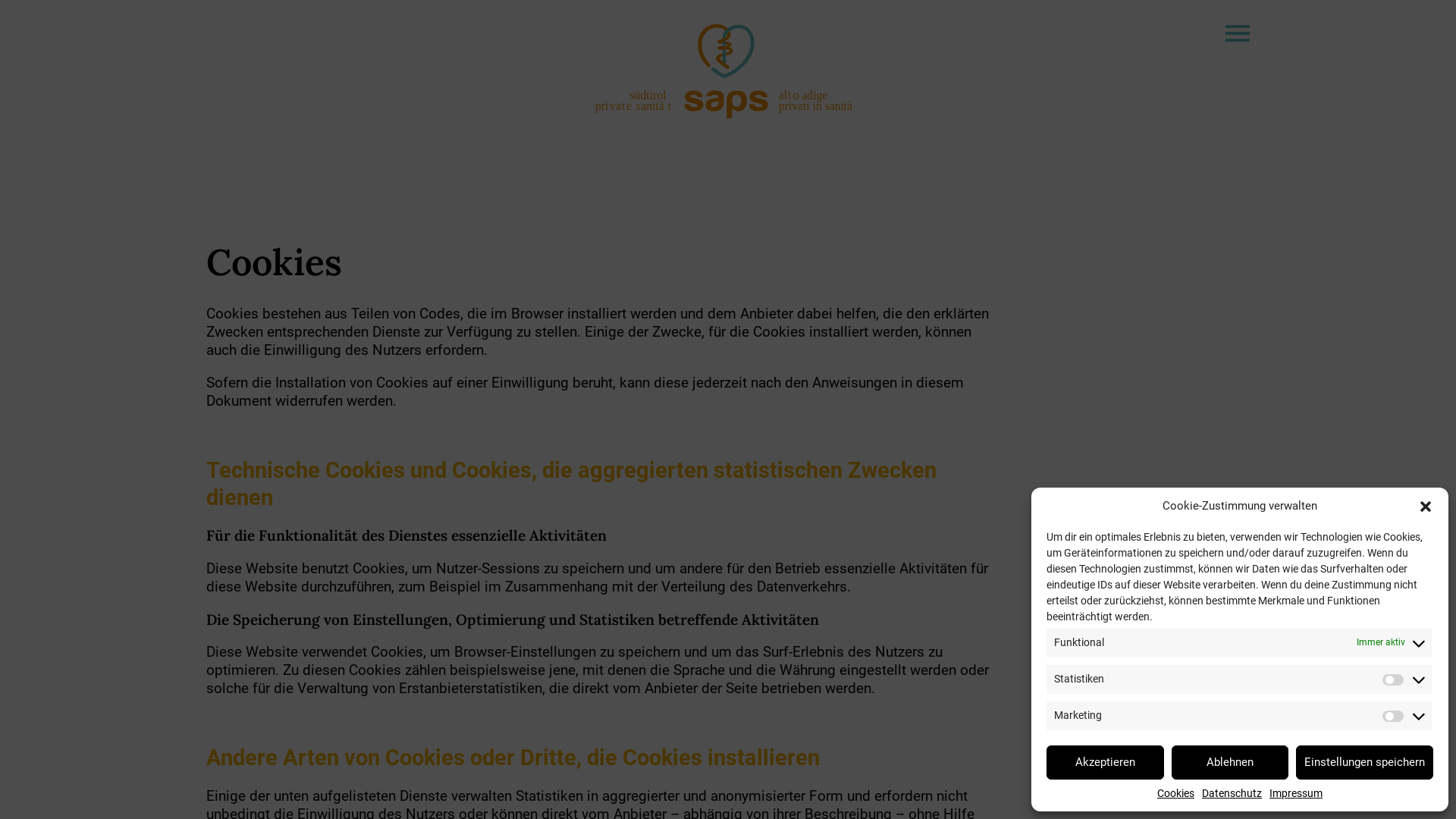  What do you see at coordinates (1294, 792) in the screenshot?
I see `'Impressum'` at bounding box center [1294, 792].